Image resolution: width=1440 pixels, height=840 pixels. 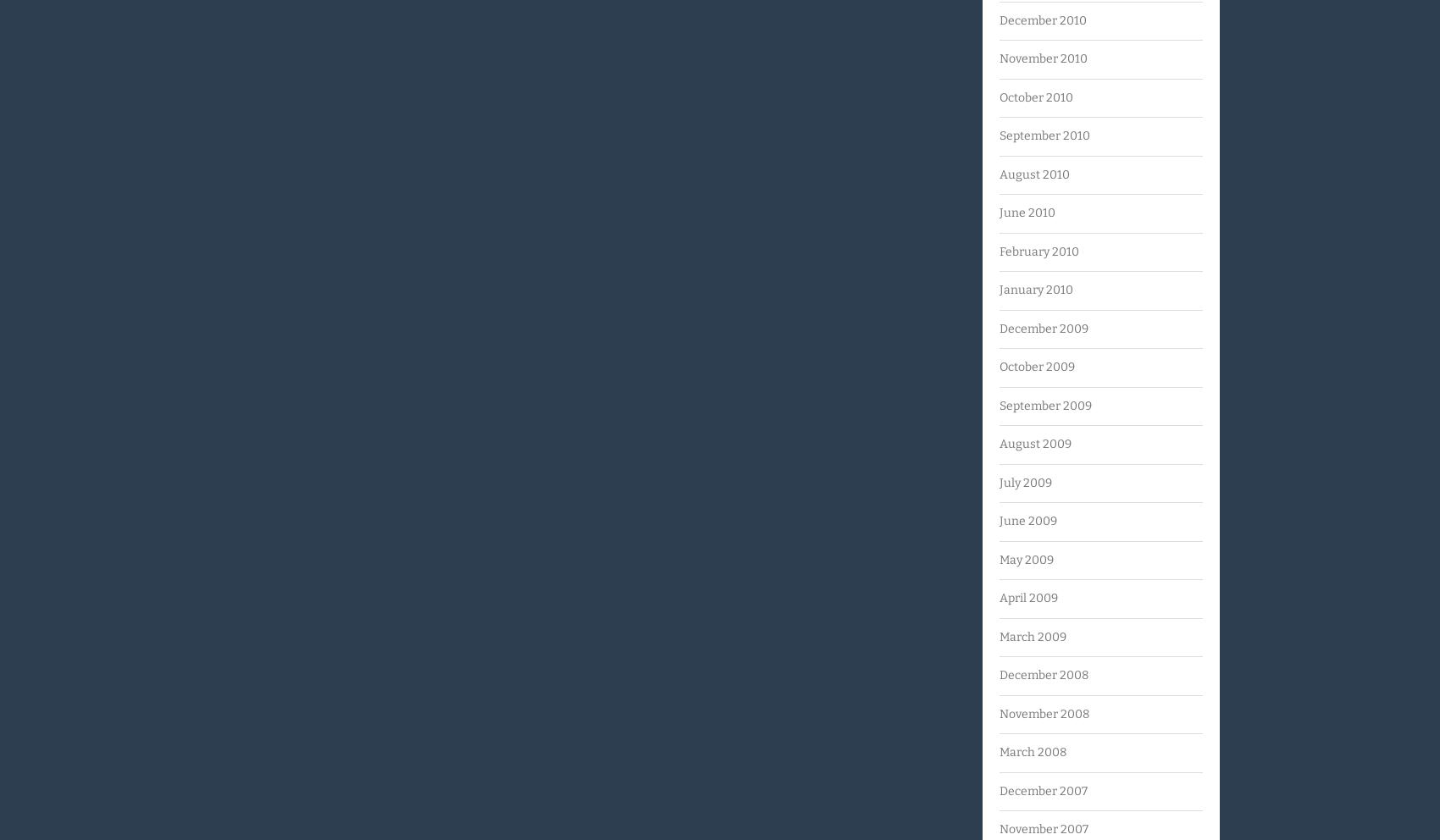 What do you see at coordinates (1025, 559) in the screenshot?
I see `'May 2009'` at bounding box center [1025, 559].